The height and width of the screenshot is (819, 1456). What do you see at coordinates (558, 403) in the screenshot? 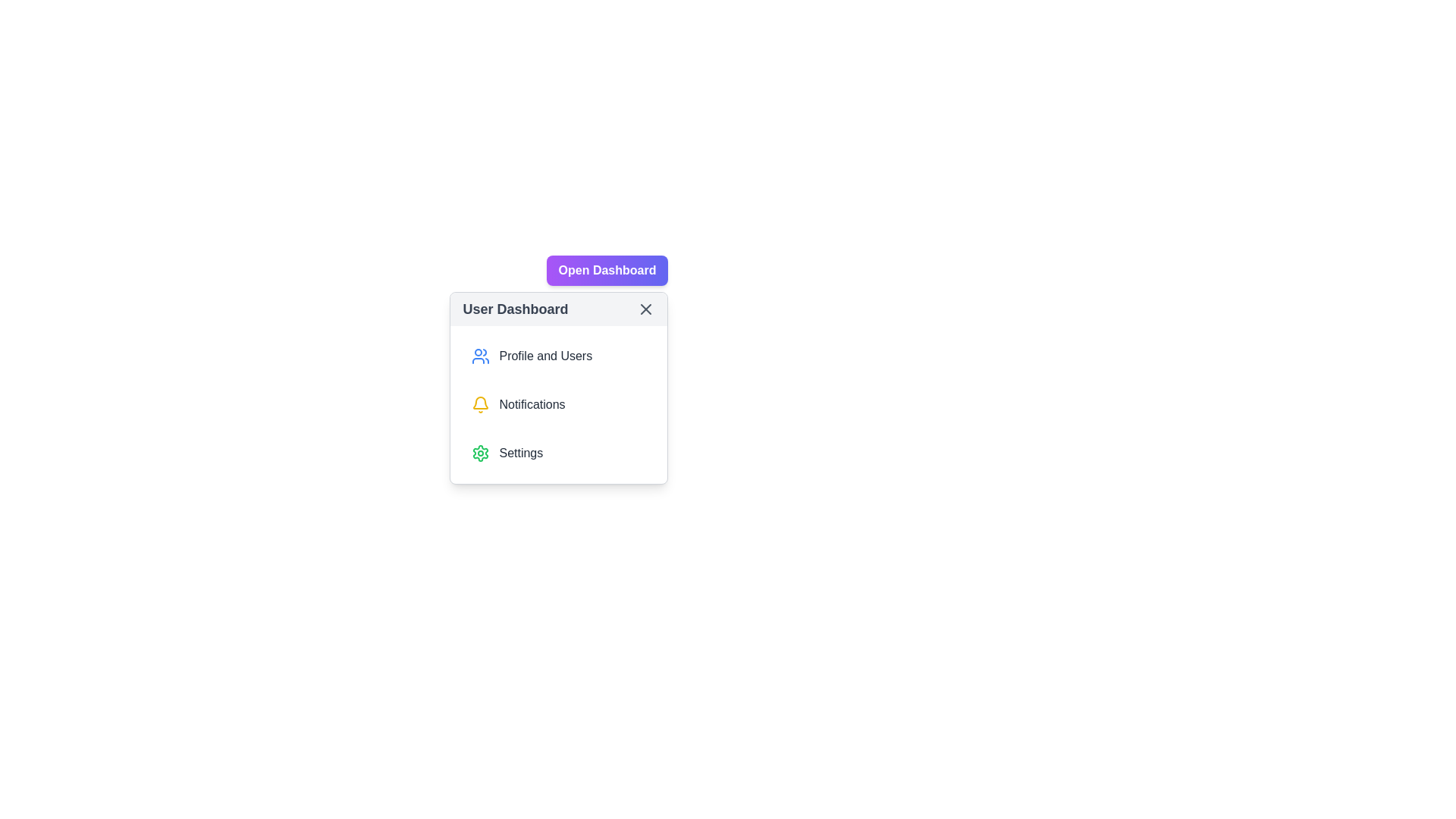
I see `the 'Notifications' menu item` at bounding box center [558, 403].